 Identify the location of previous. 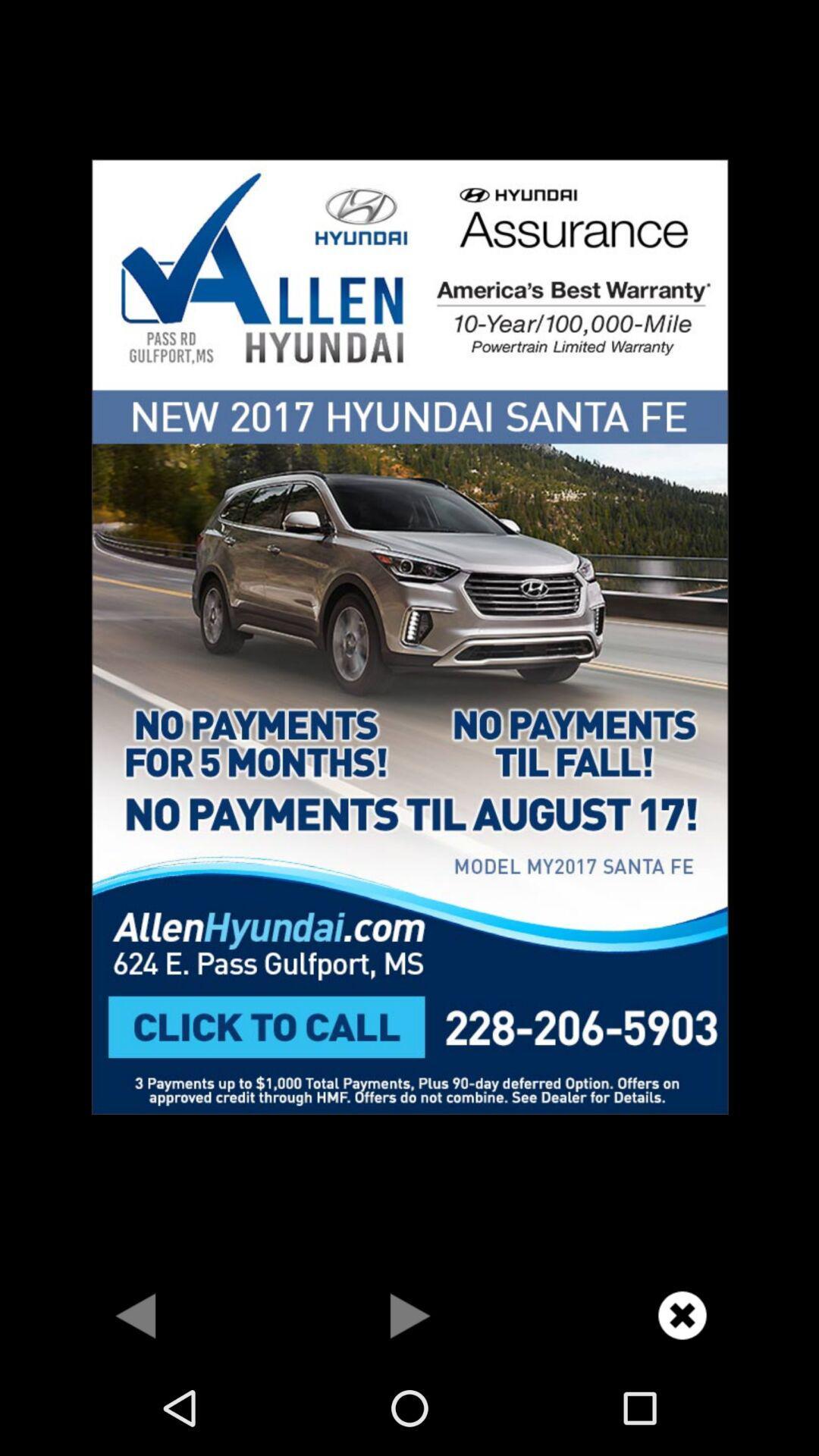
(136, 1314).